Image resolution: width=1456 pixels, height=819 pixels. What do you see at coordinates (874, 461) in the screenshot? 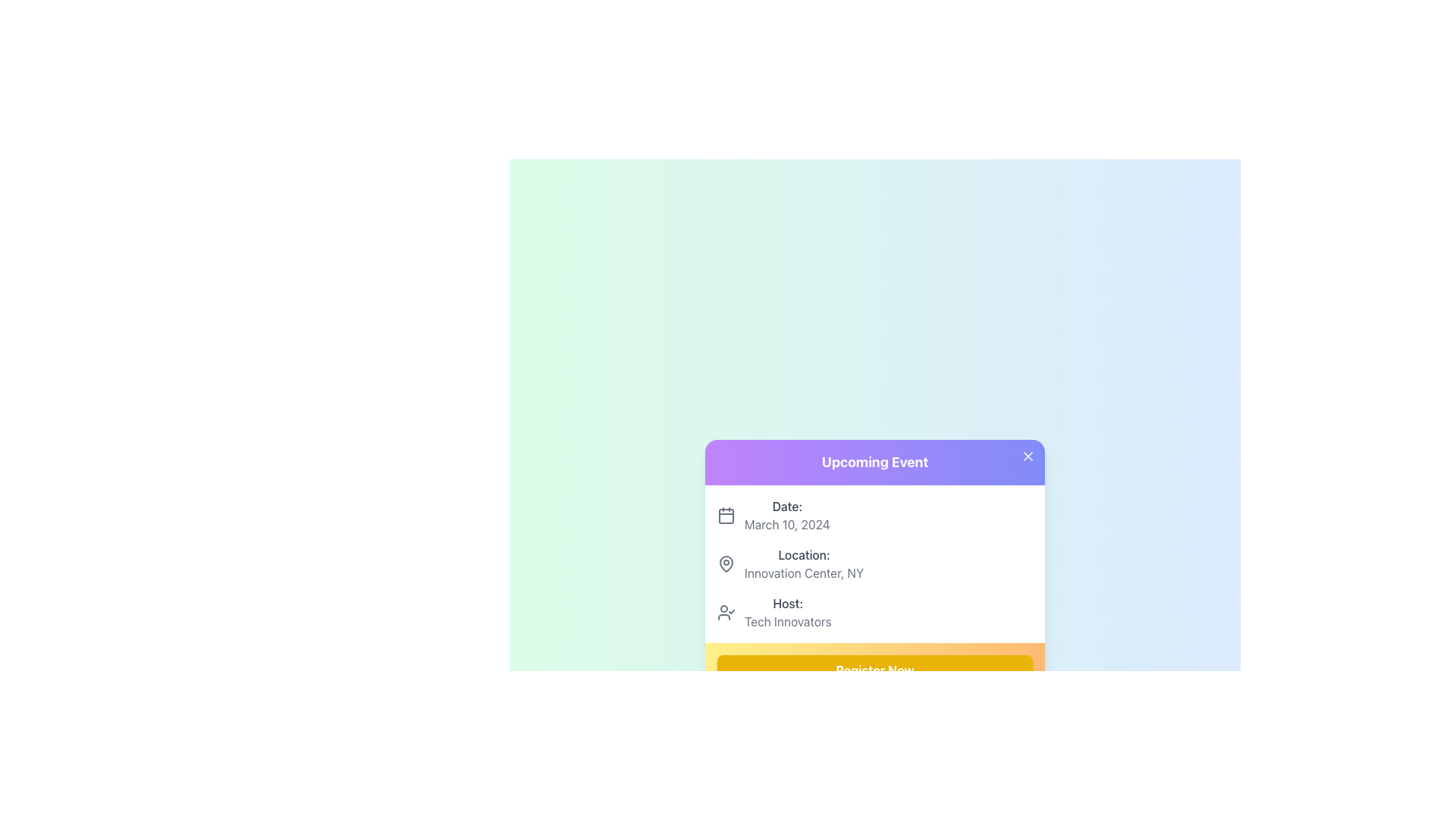
I see `text 'Upcoming Event' from the header element with a gradient background transitioning from purple to indigo` at bounding box center [874, 461].